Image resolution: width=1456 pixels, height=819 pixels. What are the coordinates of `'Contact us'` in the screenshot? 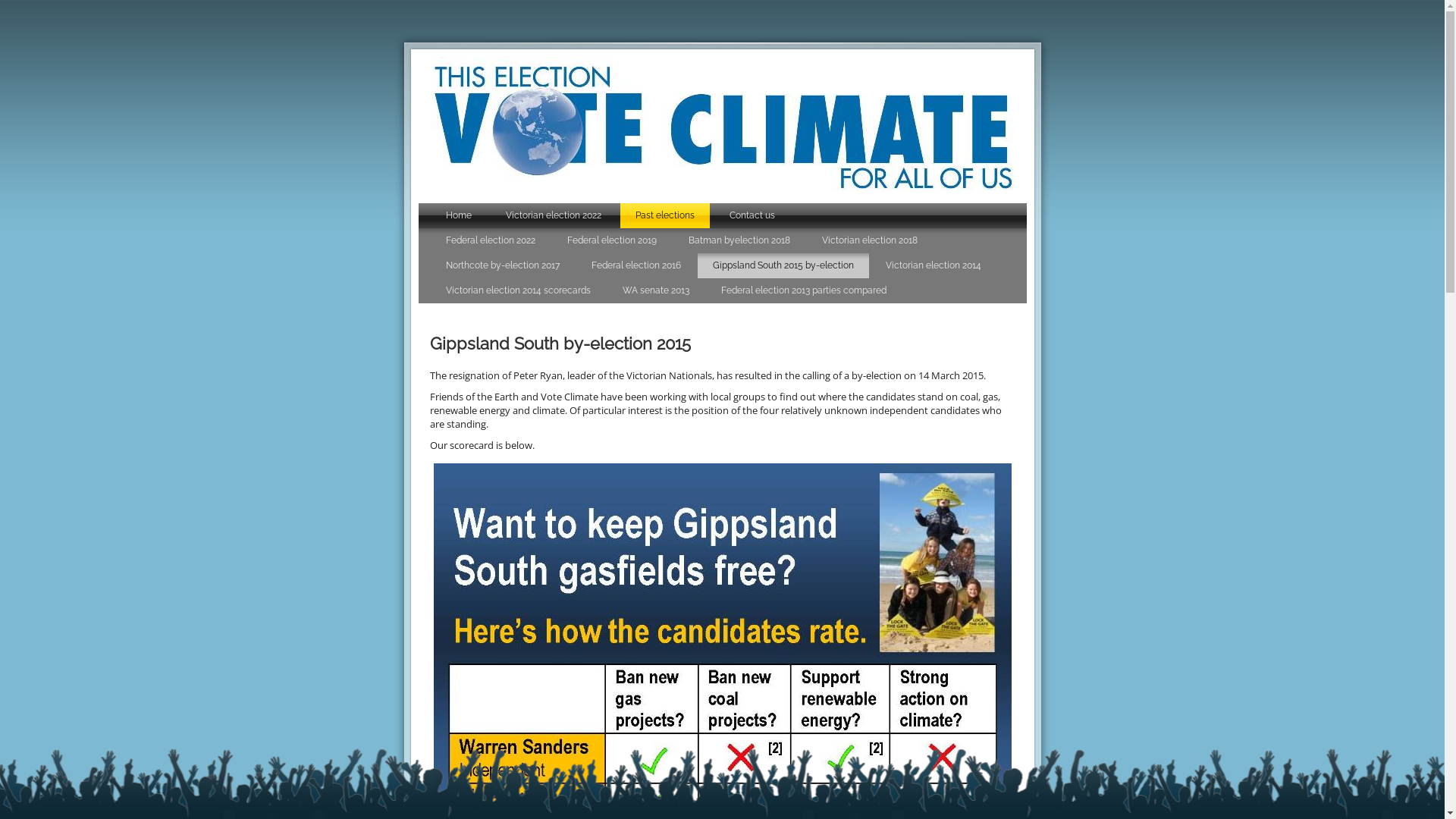 It's located at (713, 215).